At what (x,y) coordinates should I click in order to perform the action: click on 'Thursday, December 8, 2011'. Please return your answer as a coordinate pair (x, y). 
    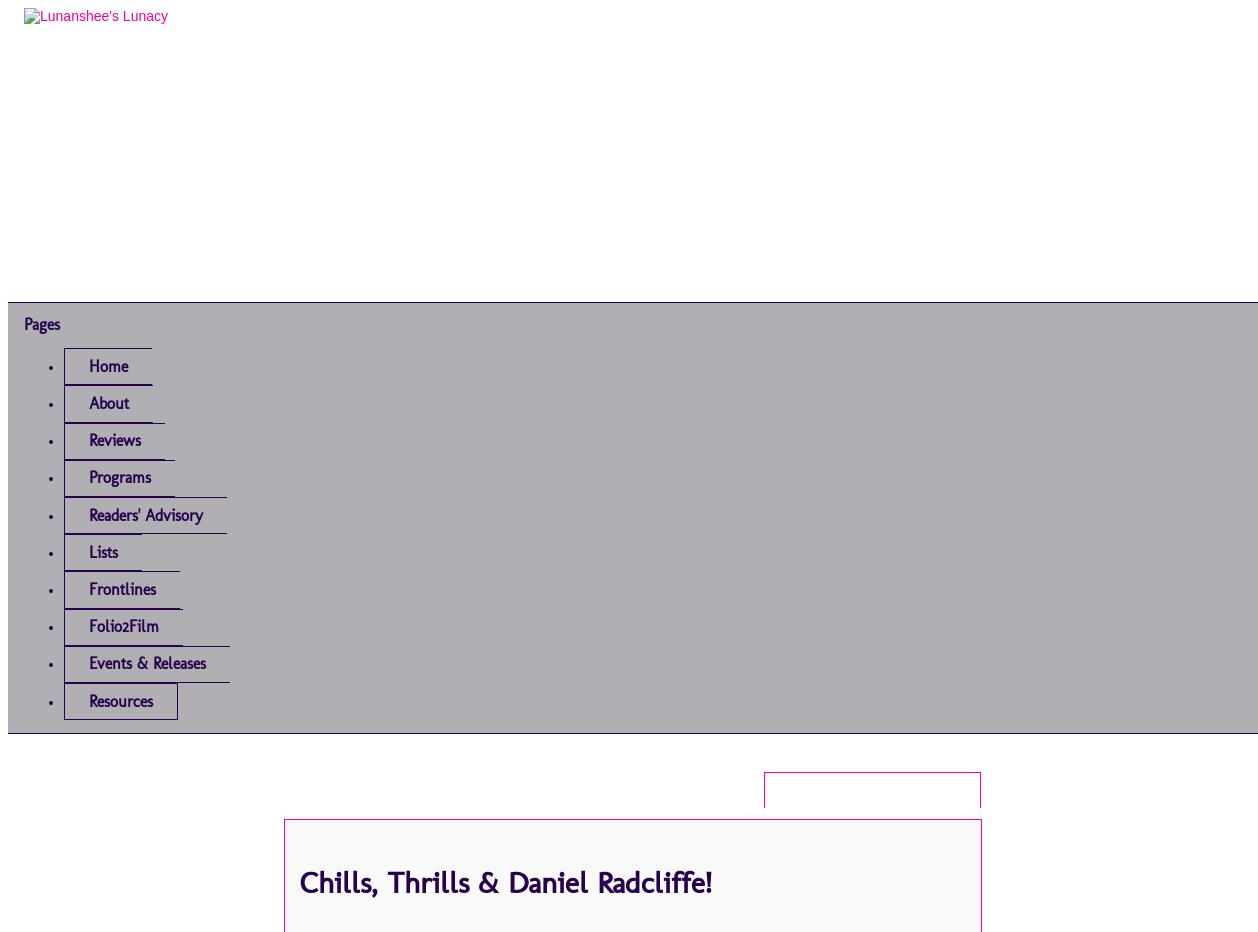
    Looking at the image, I should click on (872, 790).